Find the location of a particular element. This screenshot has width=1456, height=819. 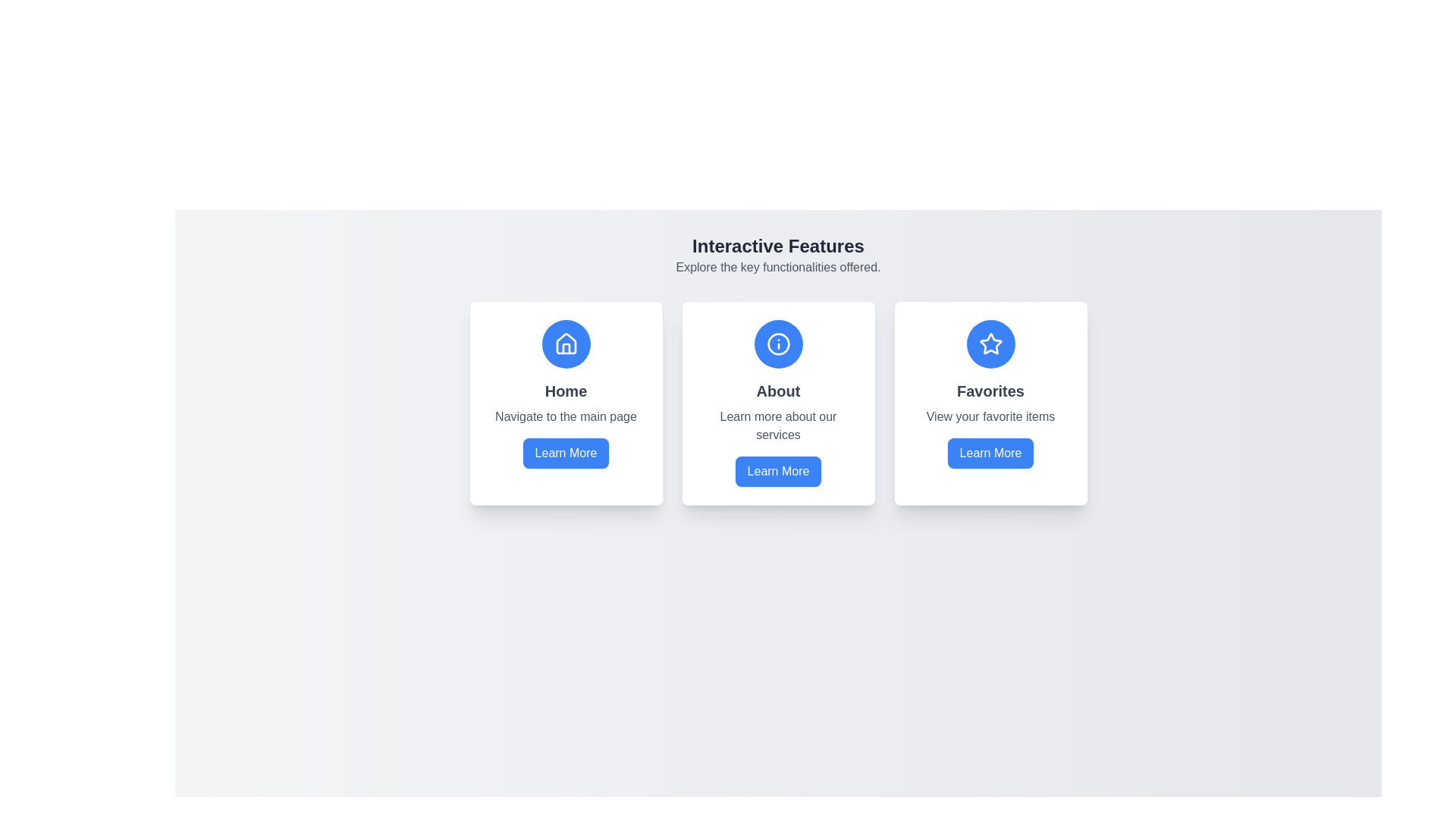

the descriptive caption text located in the third card, which provides additional context about the 'Favorites' feature, positioned below the 'Favorites' heading and above the 'Learn More' button is located at coordinates (990, 417).